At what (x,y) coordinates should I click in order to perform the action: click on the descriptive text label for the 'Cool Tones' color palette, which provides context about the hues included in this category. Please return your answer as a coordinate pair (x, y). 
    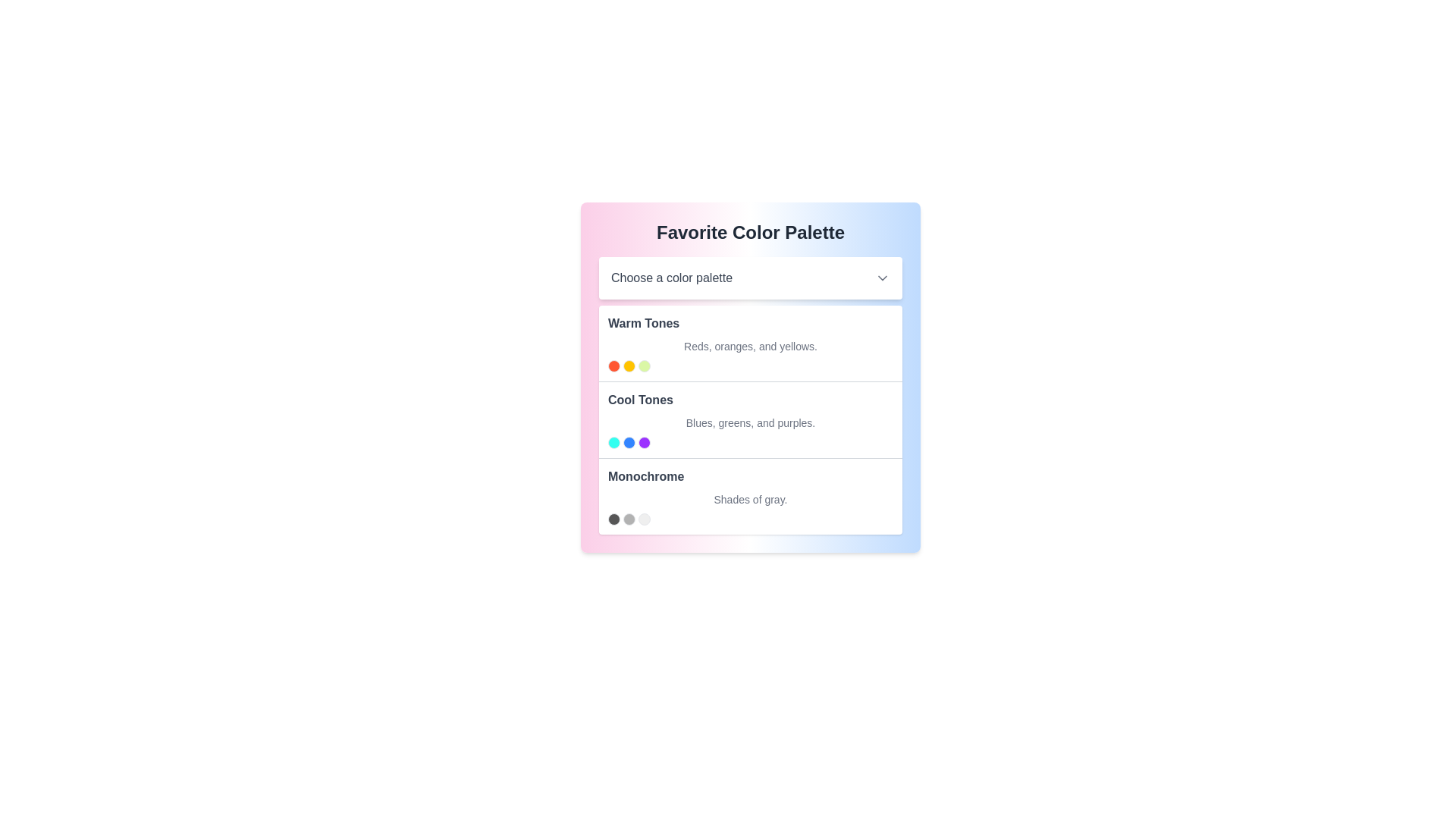
    Looking at the image, I should click on (750, 423).